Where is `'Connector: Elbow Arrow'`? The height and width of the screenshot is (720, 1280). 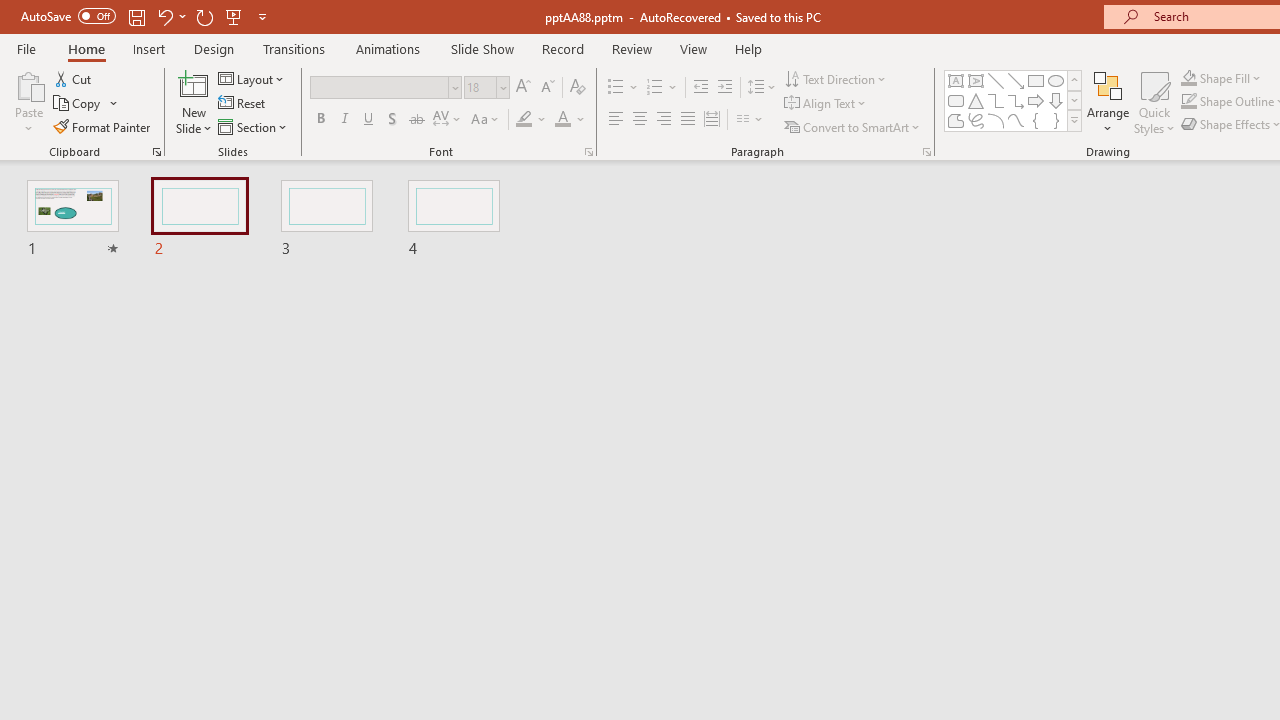
'Connector: Elbow Arrow' is located at coordinates (1016, 100).